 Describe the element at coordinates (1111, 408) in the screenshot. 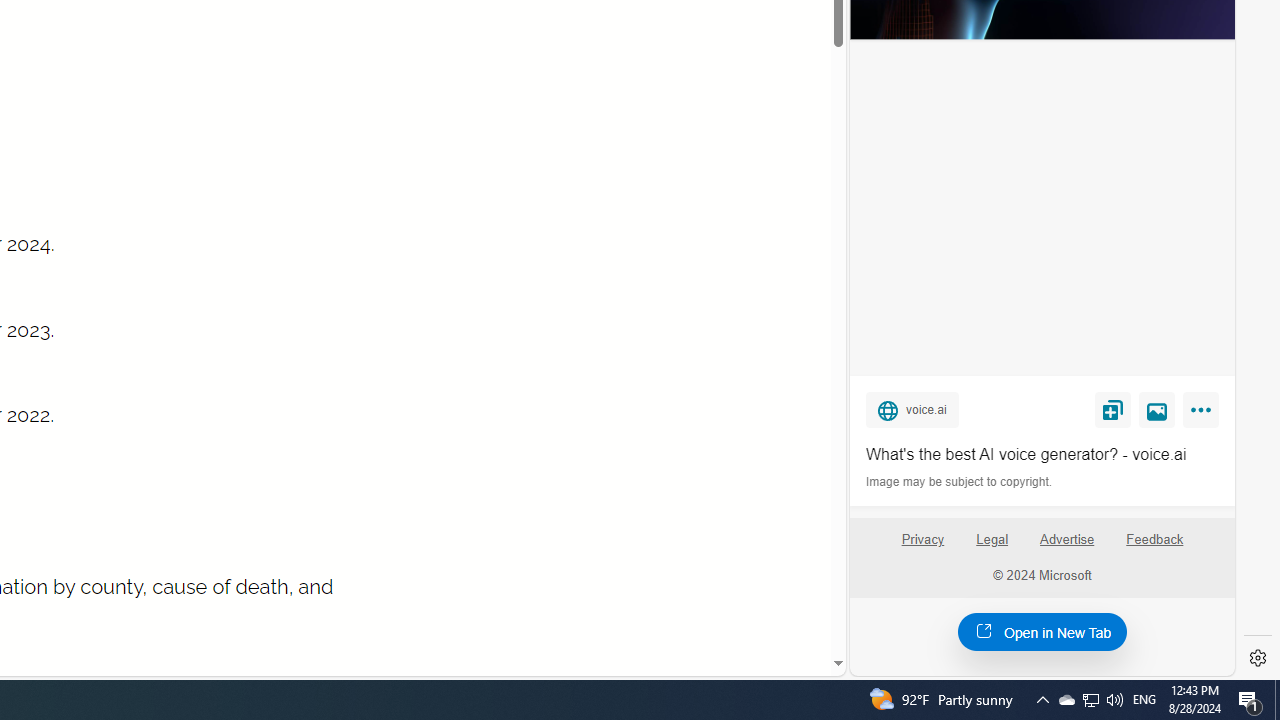

I see `'Save'` at that location.